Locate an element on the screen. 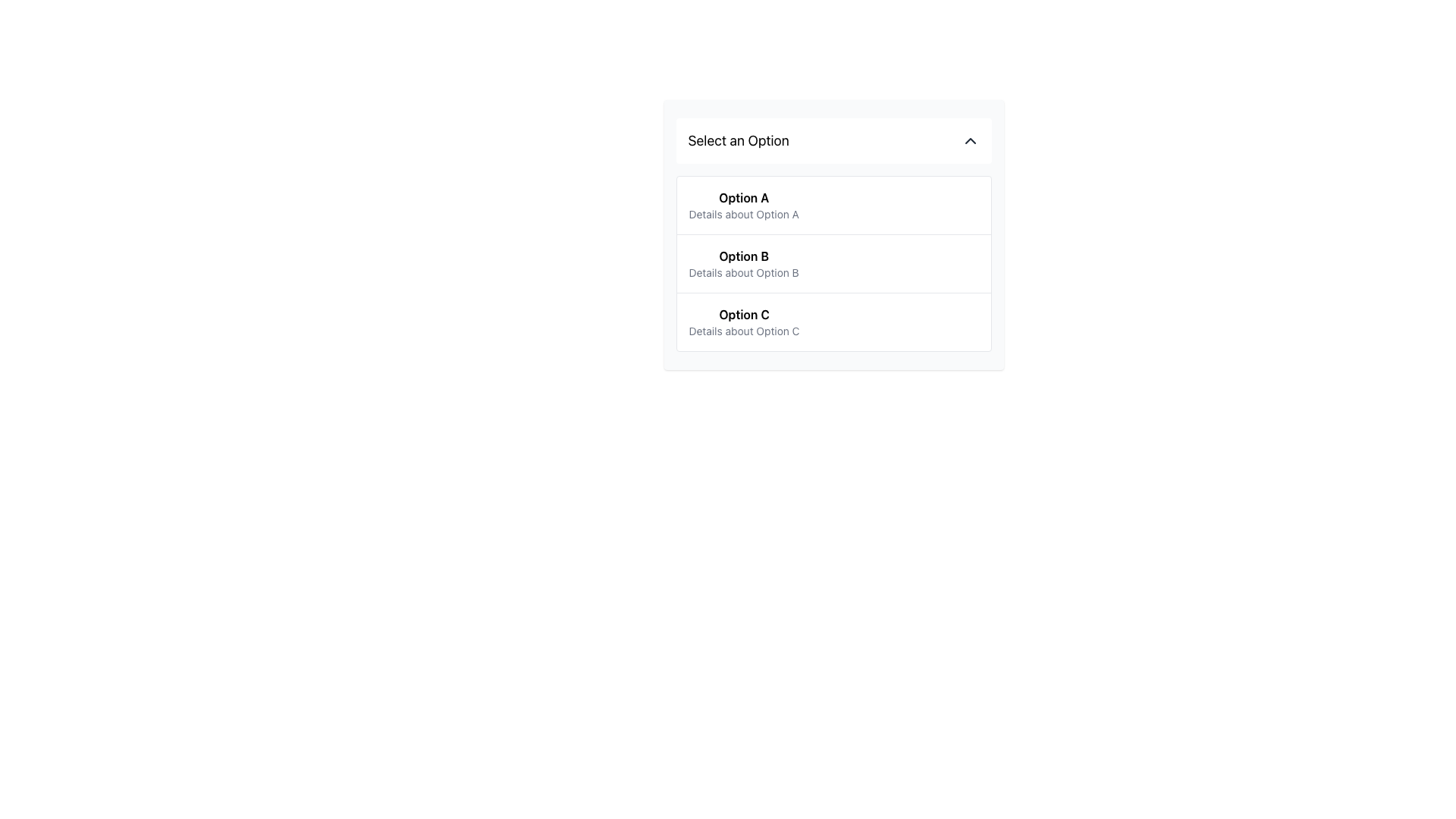 This screenshot has height=819, width=1456. the Text Label providing additional information for 'Option C' in the dropdown menu, located at the bottom of the 'Option C' panel is located at coordinates (744, 330).